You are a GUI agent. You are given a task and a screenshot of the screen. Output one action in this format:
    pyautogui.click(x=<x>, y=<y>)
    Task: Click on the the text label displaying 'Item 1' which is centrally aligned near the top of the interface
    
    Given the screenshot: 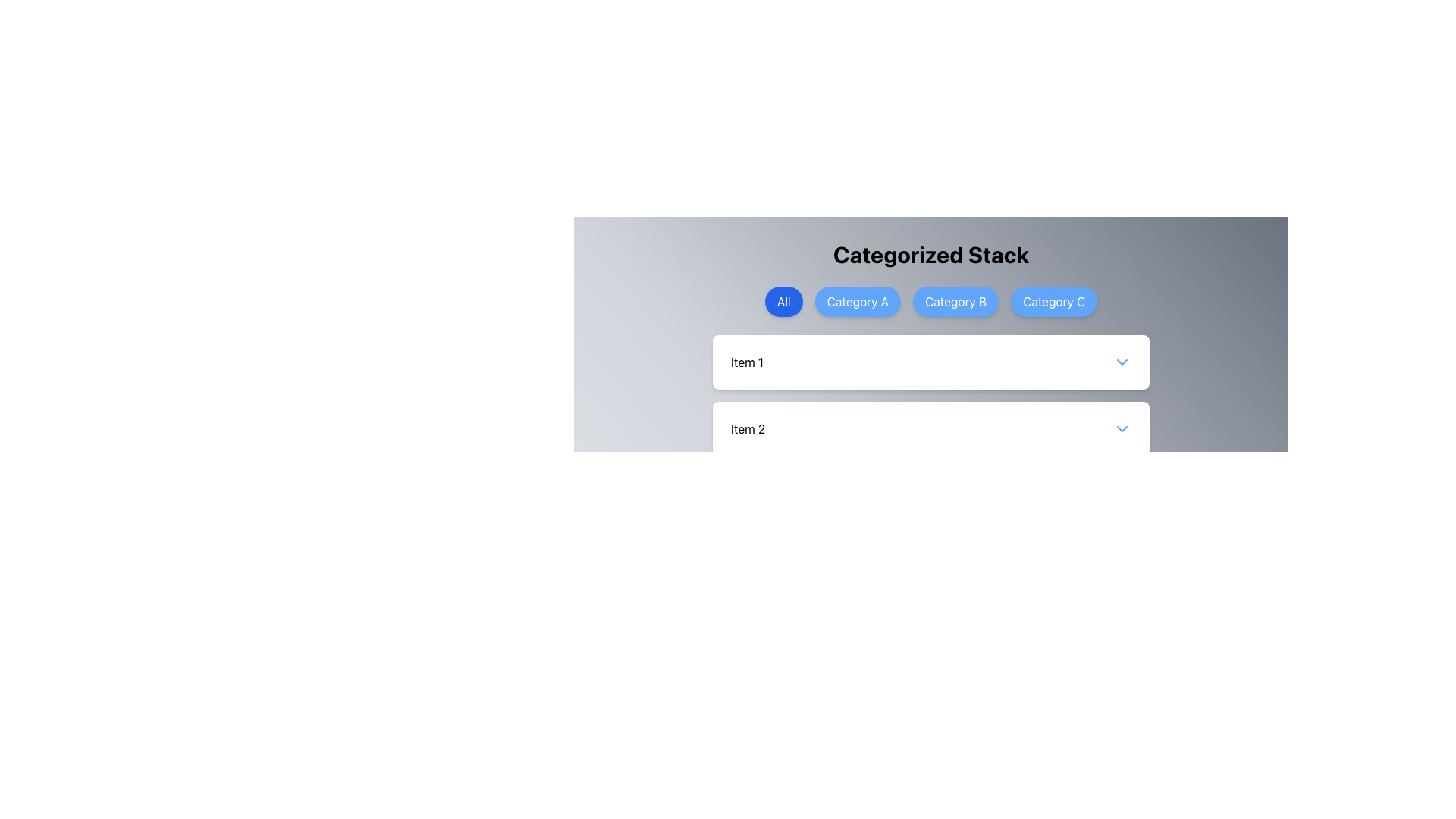 What is the action you would take?
    pyautogui.click(x=747, y=362)
    